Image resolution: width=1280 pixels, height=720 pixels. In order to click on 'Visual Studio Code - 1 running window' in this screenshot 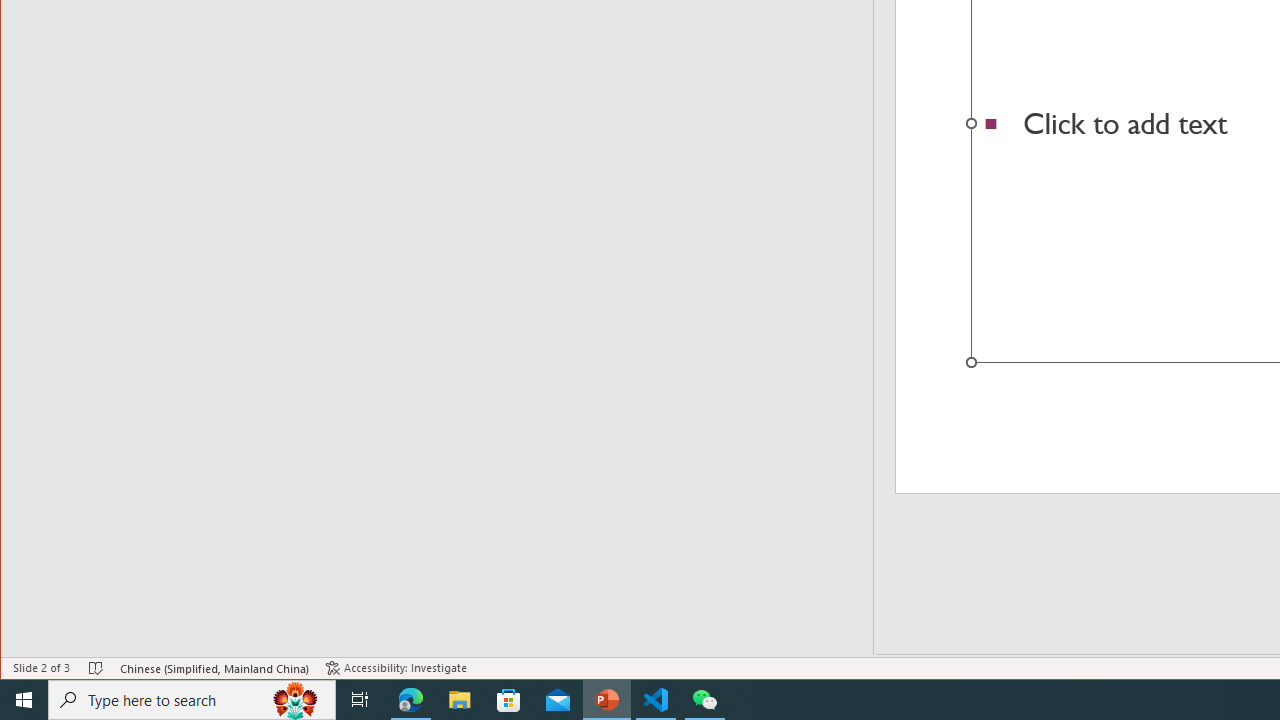, I will do `click(656, 698)`.